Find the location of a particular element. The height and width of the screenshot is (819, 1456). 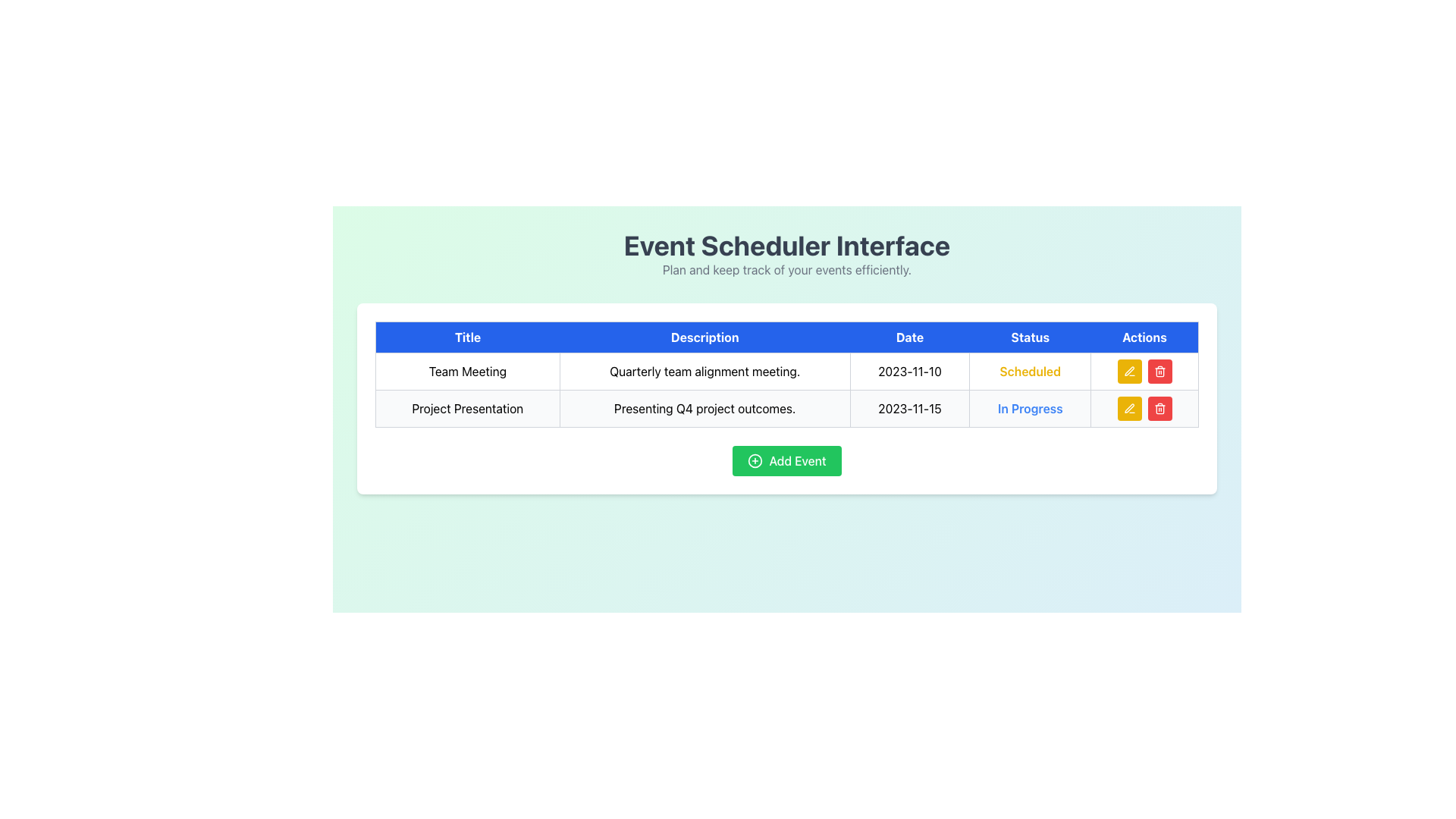

the pen icon located inside the yellow square button in the 'Actions' column of the 'Project Presentation' row is located at coordinates (1129, 371).